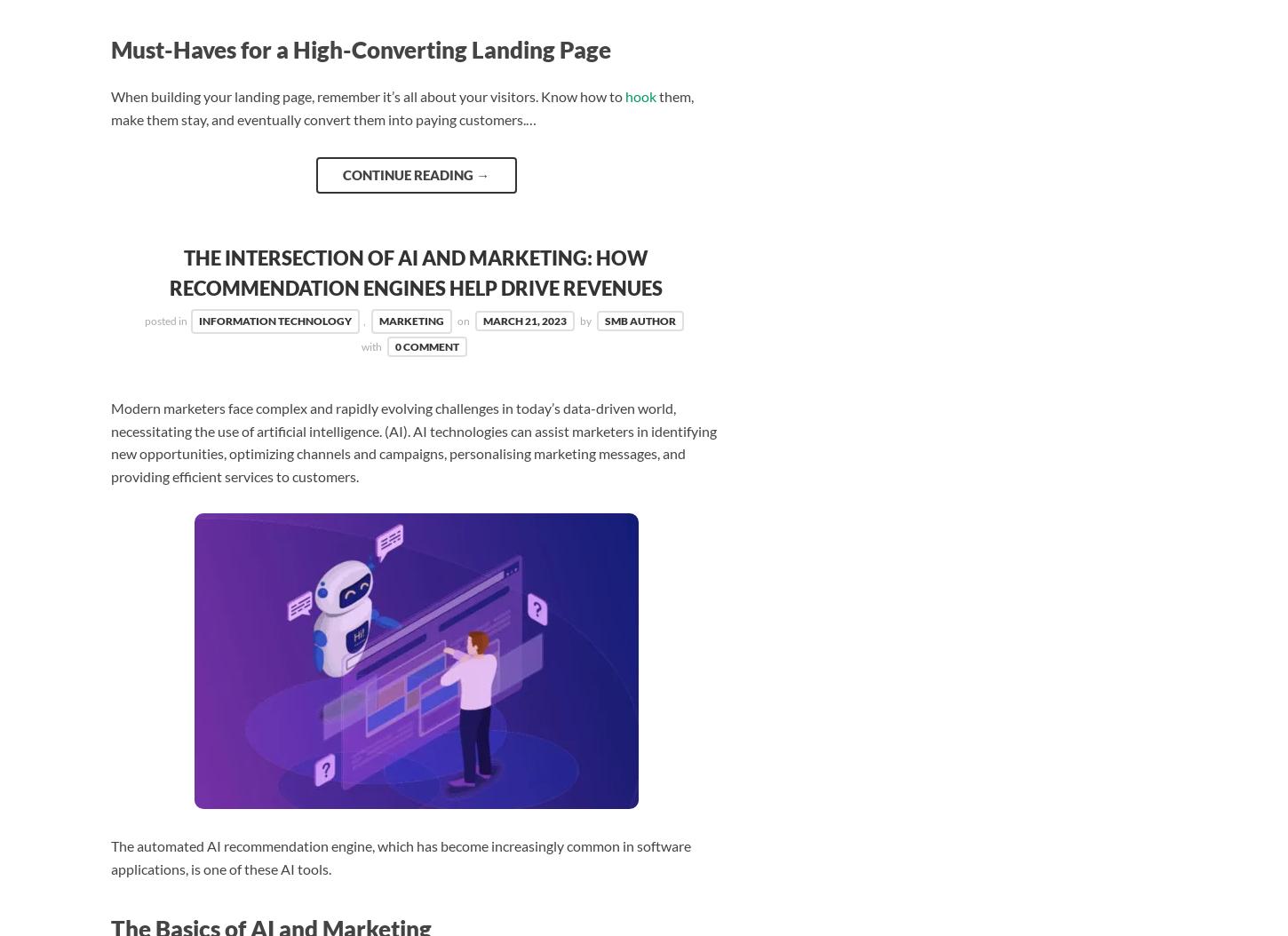 Image resolution: width=1288 pixels, height=936 pixels. I want to click on 'on', so click(465, 321).